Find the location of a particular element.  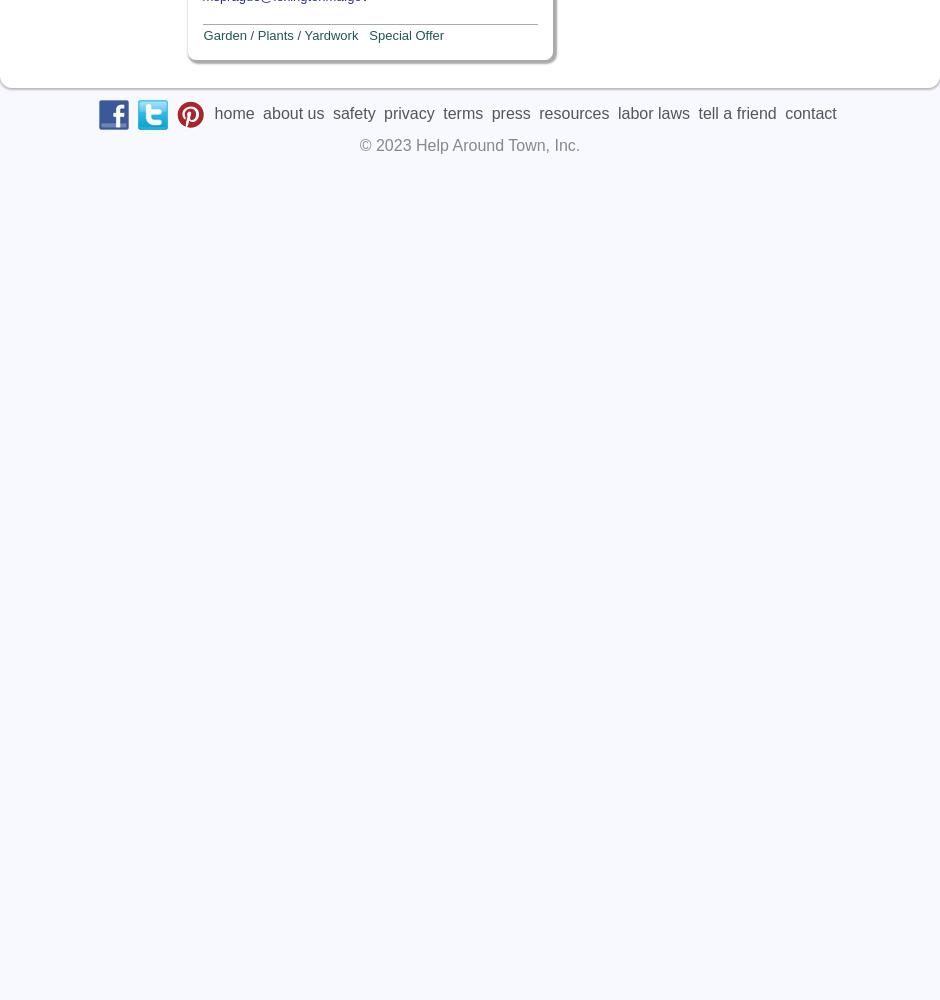

'press' is located at coordinates (509, 111).